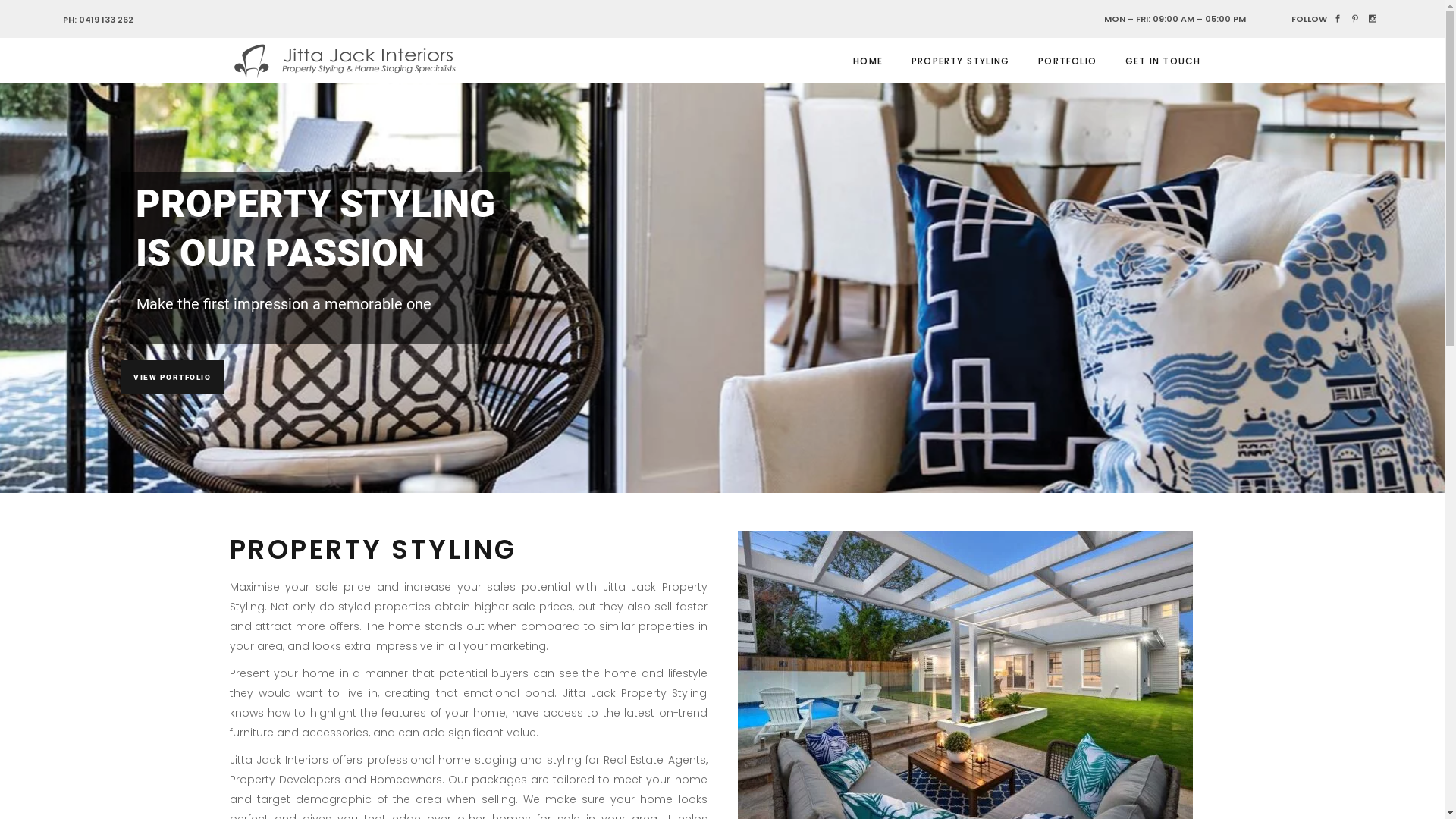 Image resolution: width=1456 pixels, height=819 pixels. What do you see at coordinates (868, 60) in the screenshot?
I see `'HOME'` at bounding box center [868, 60].